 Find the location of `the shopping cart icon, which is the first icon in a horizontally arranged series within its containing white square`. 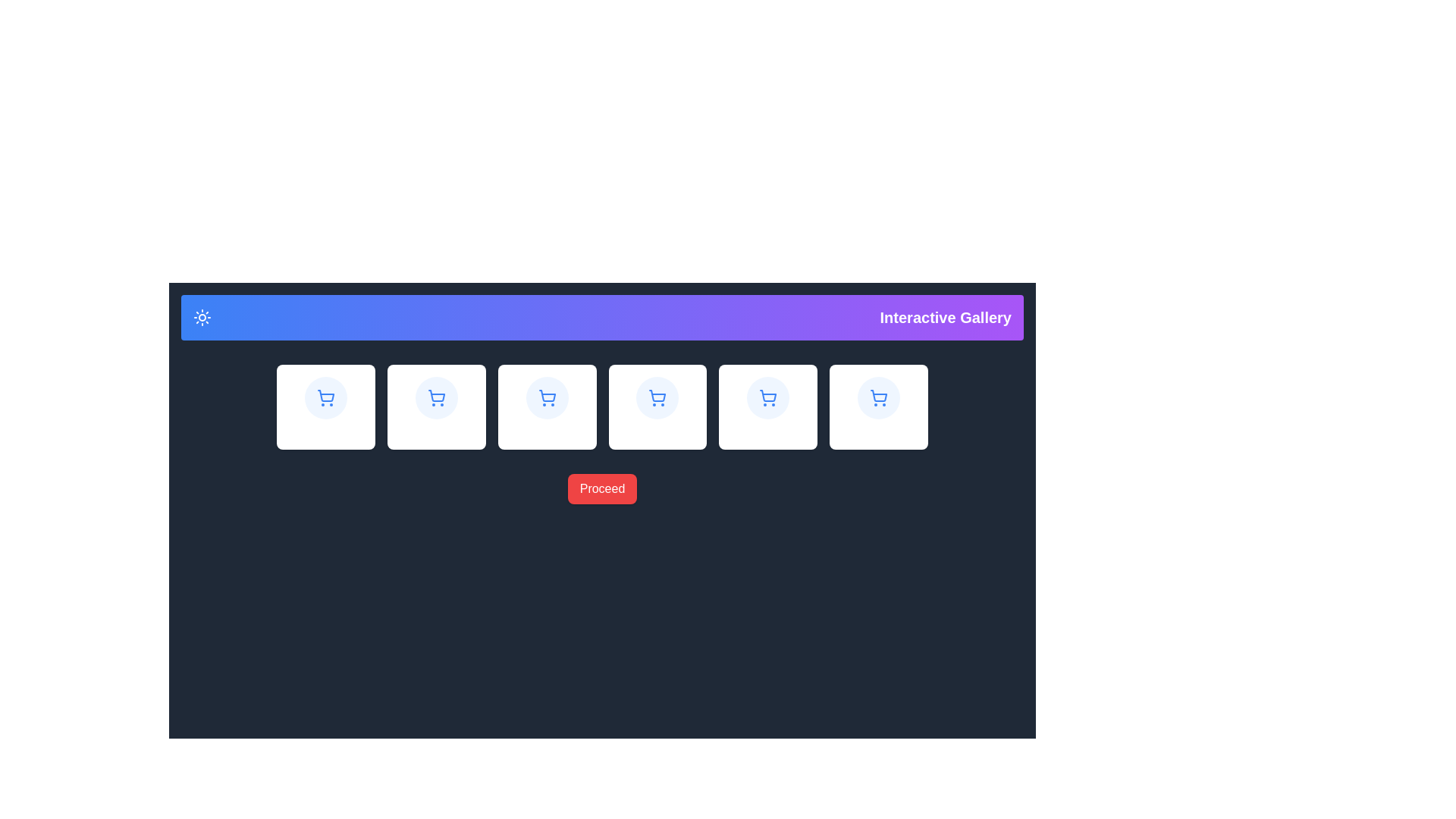

the shopping cart icon, which is the first icon in a horizontally arranged series within its containing white square is located at coordinates (325, 395).